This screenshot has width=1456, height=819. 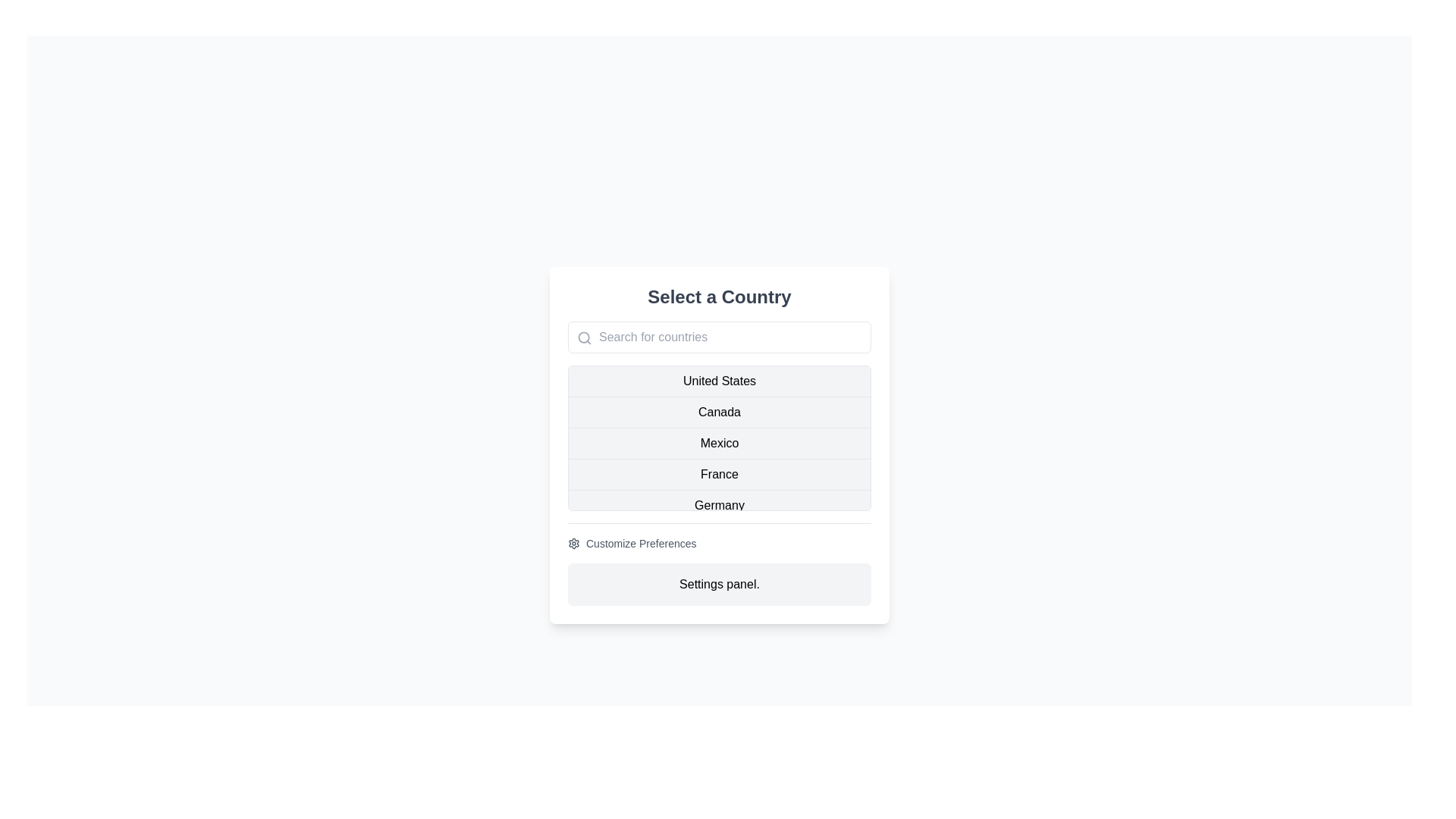 I want to click on the search icon located at the beginning of the input field labeled 'Search for countries', so click(x=584, y=336).